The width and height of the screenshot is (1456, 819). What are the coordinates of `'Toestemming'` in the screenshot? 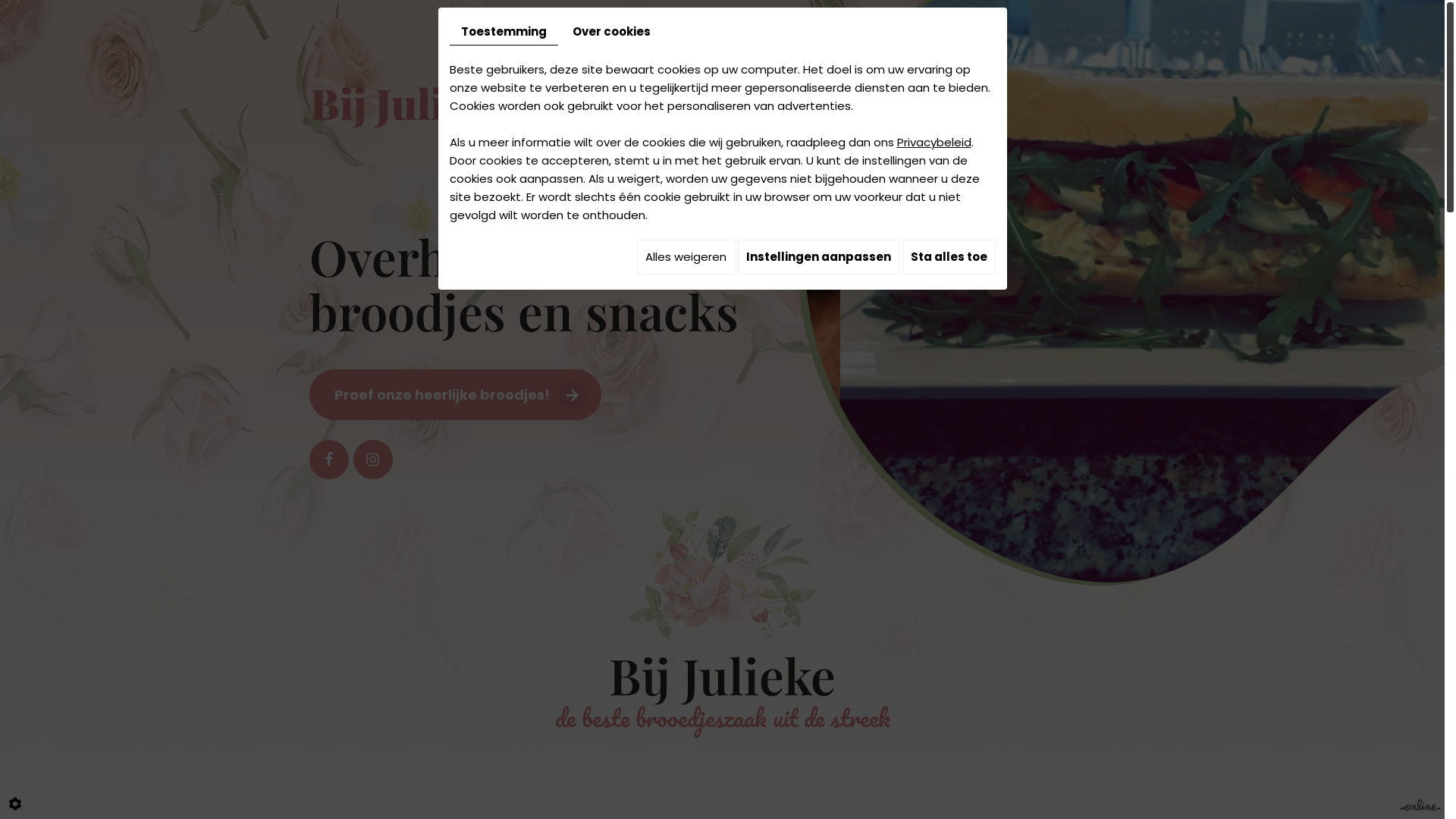 It's located at (503, 32).